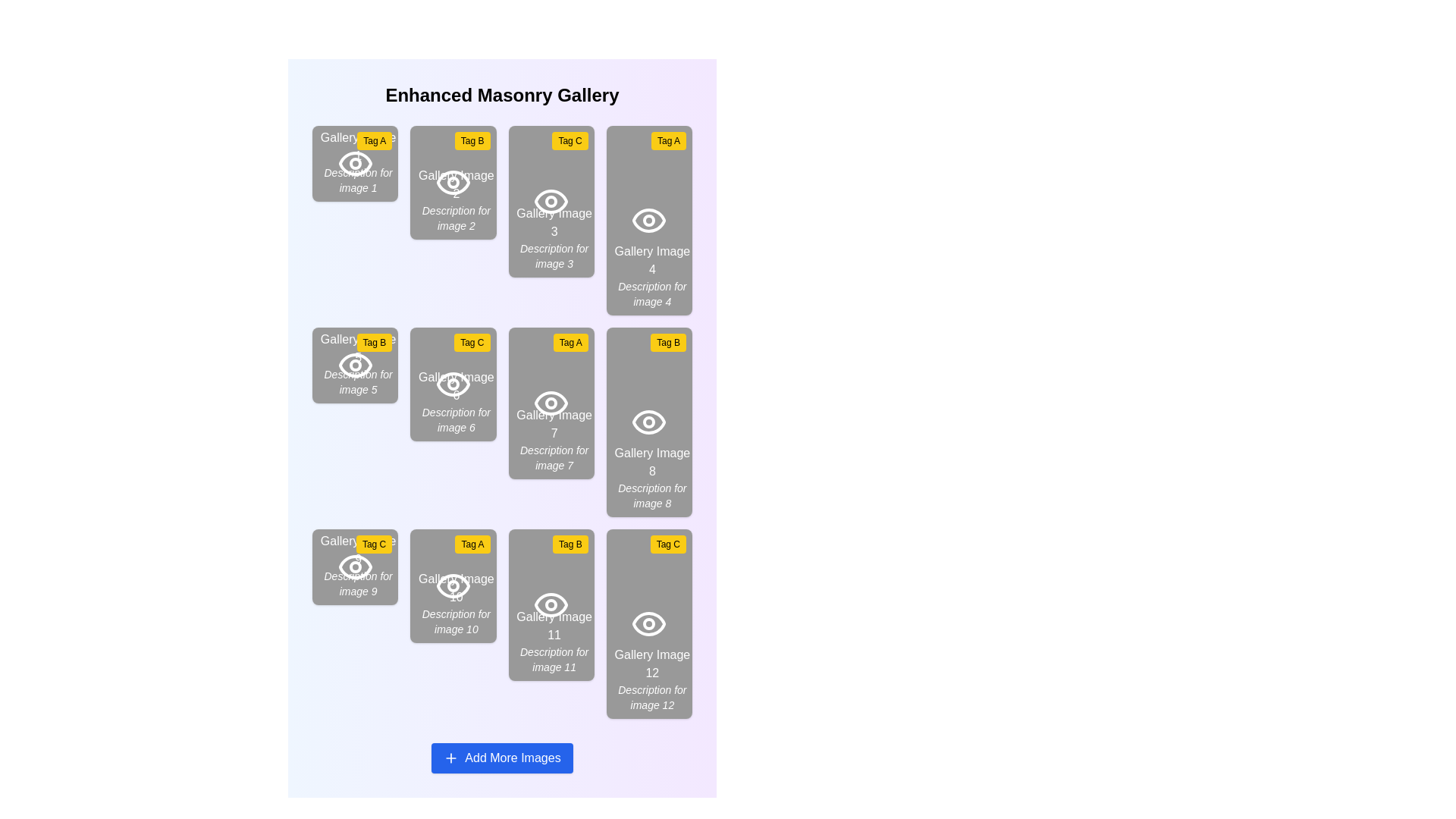  I want to click on the informational label in the top-right corner of the gallery card labeled 'Gallery Image 7', so click(570, 342).